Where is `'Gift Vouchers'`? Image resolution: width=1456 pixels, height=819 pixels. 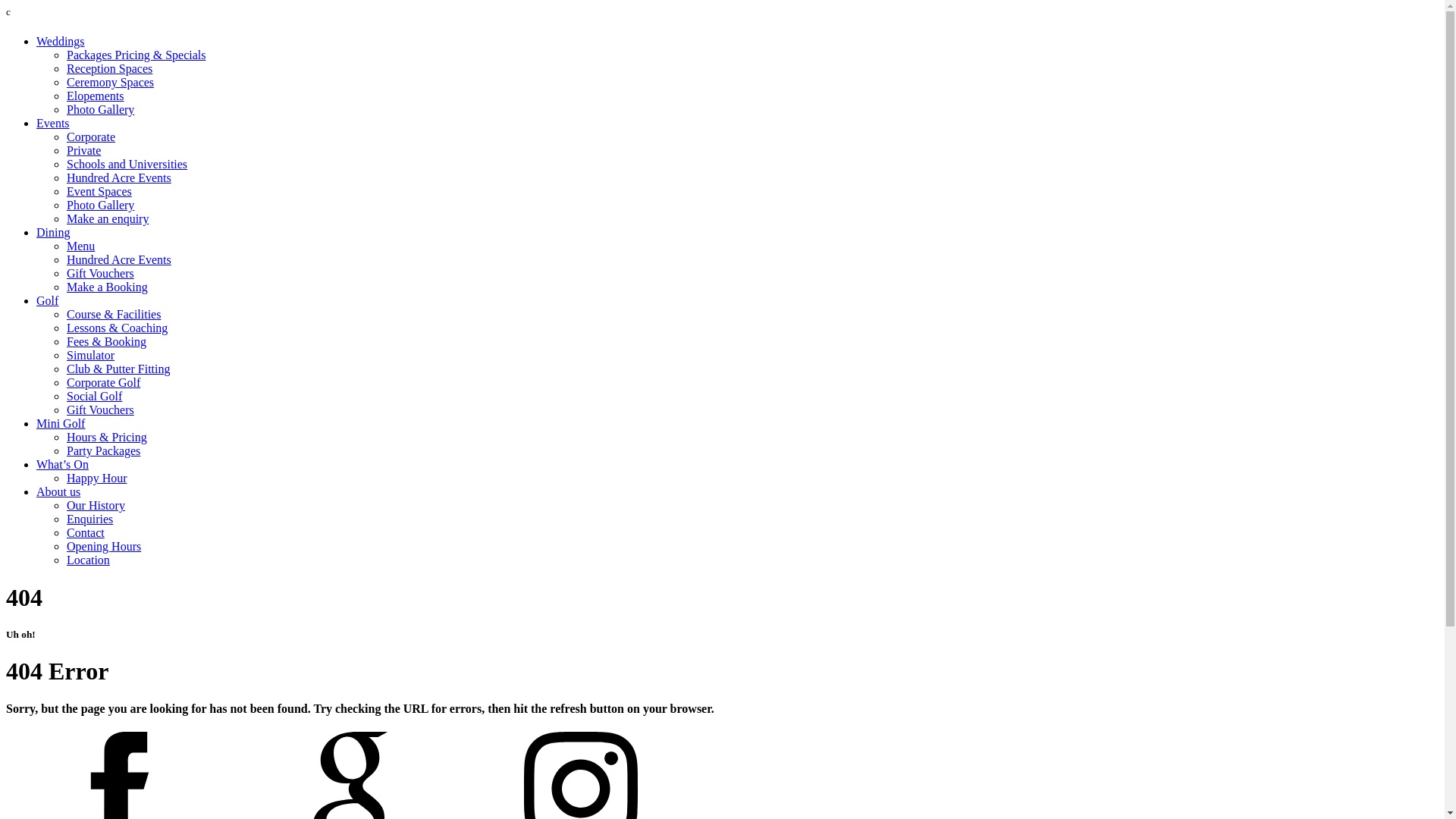 'Gift Vouchers' is located at coordinates (99, 409).